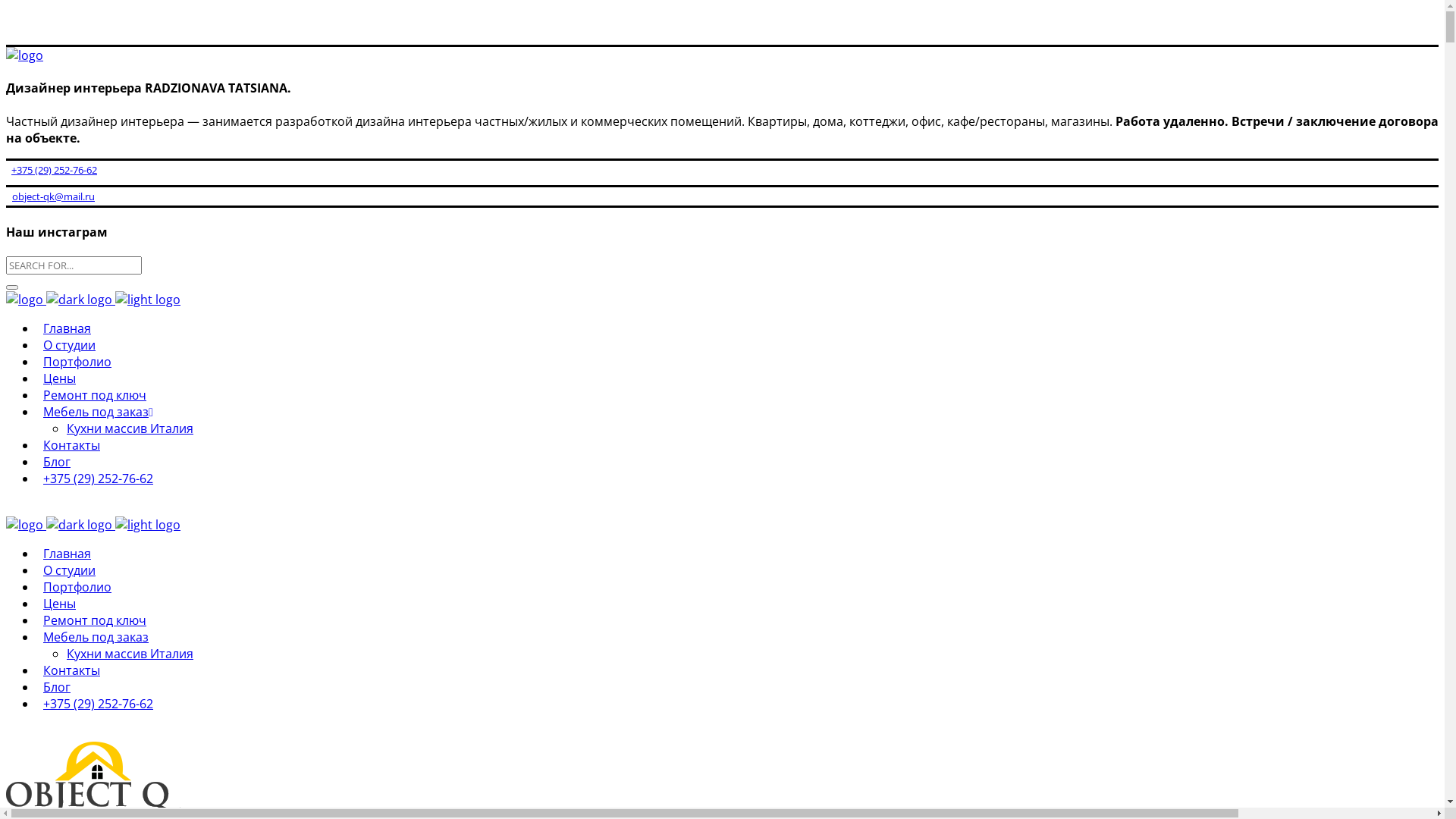  Describe the element at coordinates (51, 169) in the screenshot. I see `'+375 (29) 252-76-62'` at that location.